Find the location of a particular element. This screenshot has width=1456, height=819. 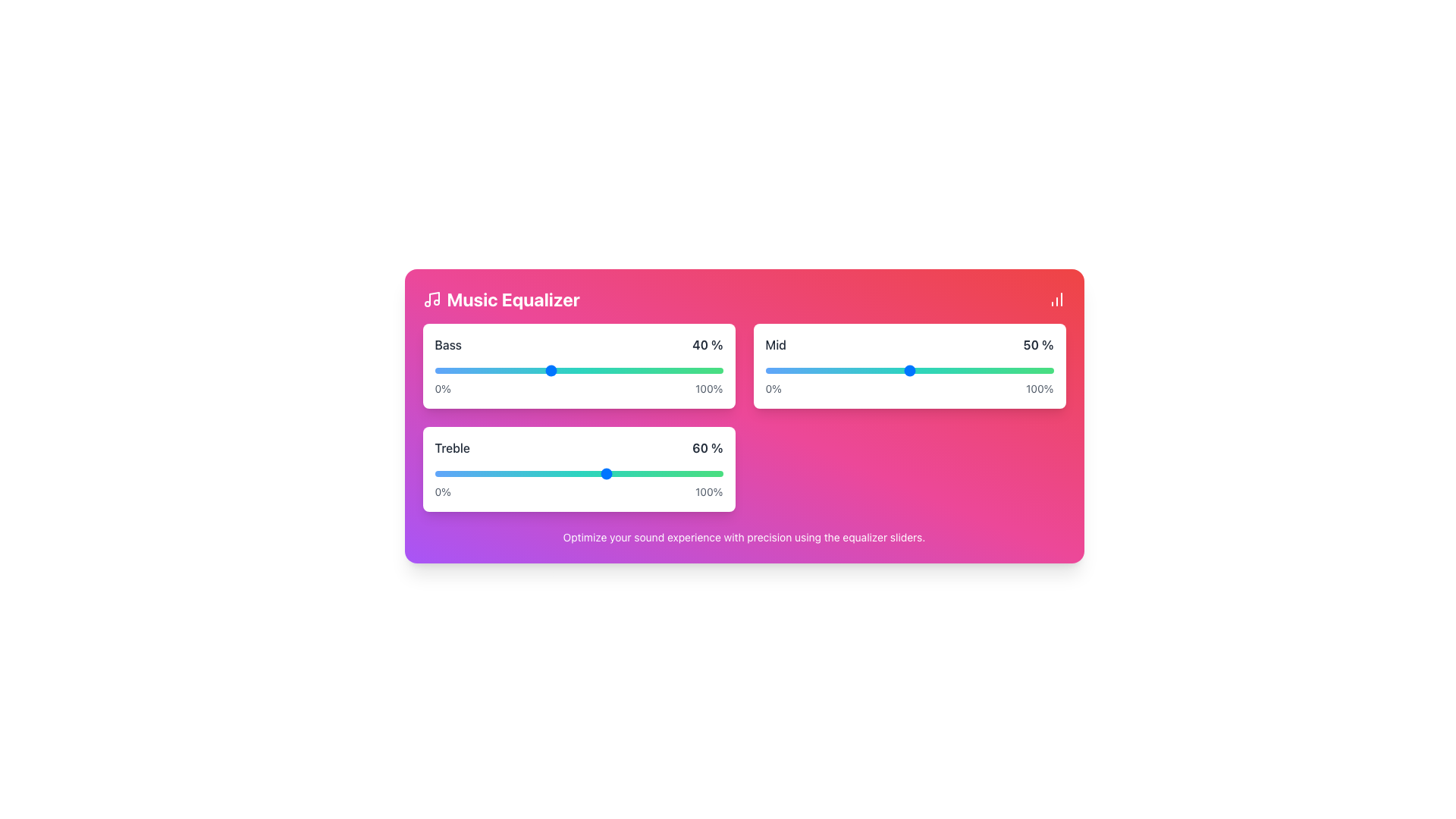

the 'Bass' level Input Range Slider, which is located within the panel titled 'Bass 40 %' is located at coordinates (578, 371).